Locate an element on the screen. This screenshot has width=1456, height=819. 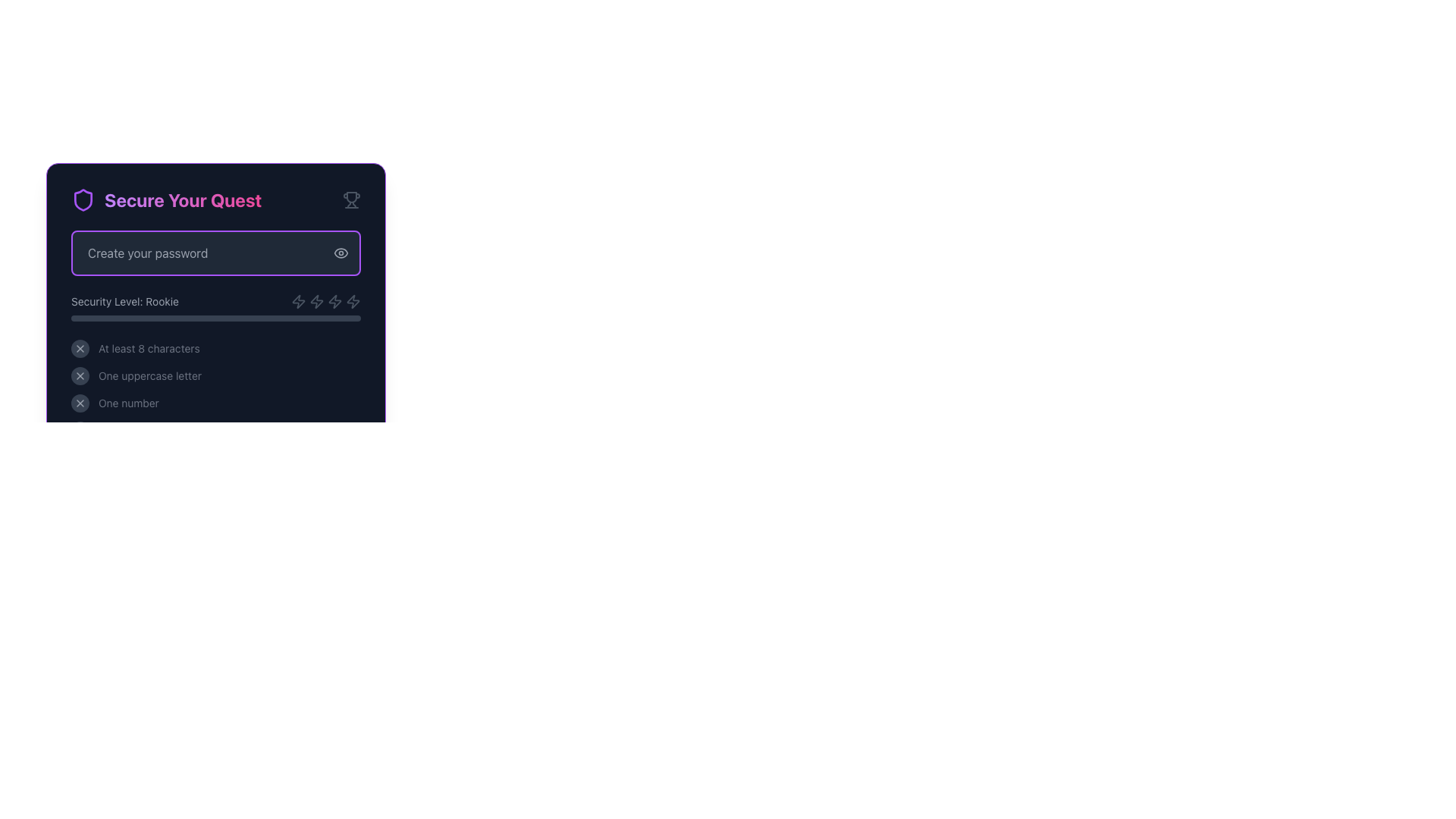
the security level label that provides real-time feedback on password creation is located at coordinates (124, 301).